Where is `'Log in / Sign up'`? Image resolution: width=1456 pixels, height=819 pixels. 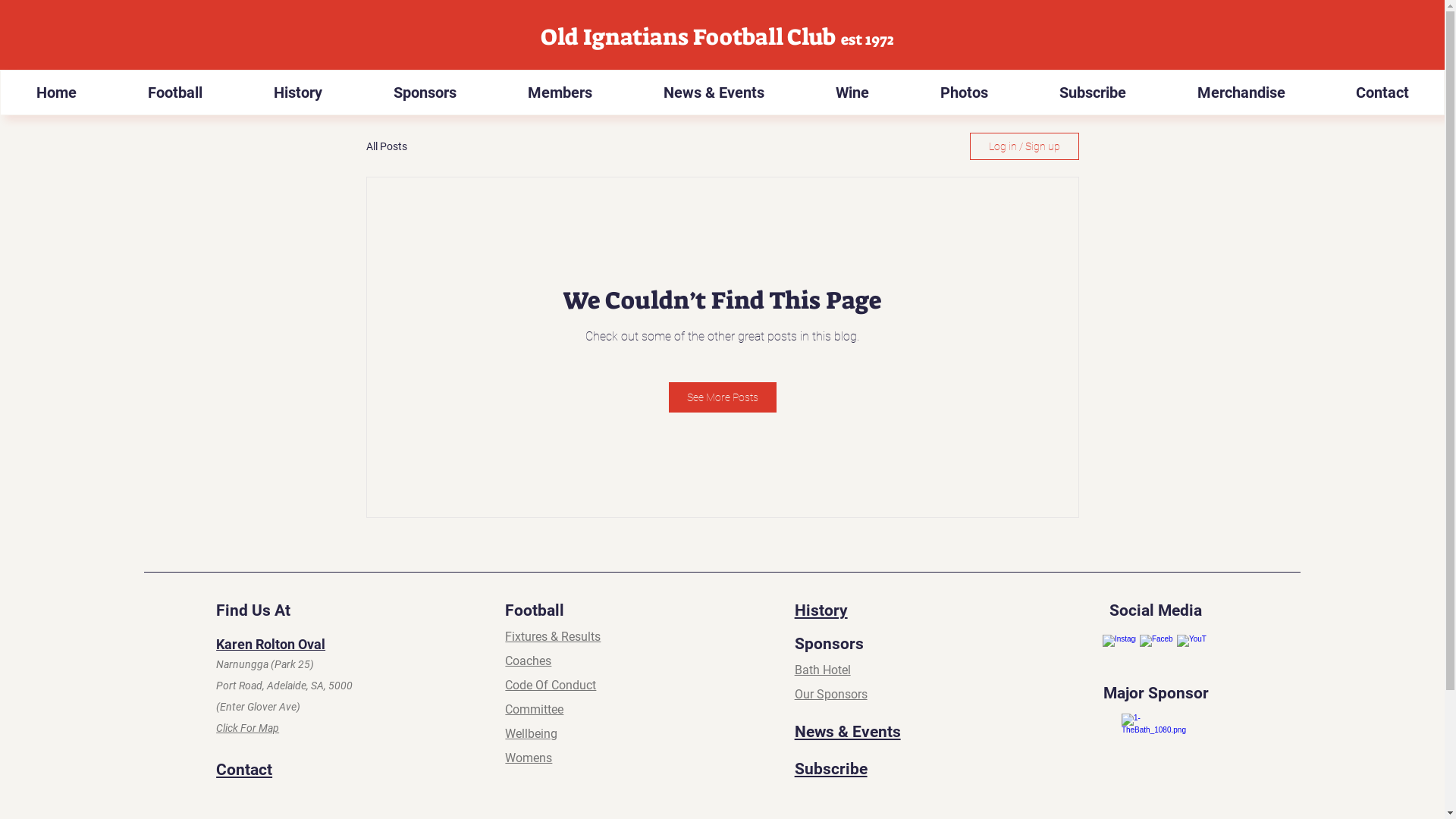 'Log in / Sign up' is located at coordinates (1023, 146).